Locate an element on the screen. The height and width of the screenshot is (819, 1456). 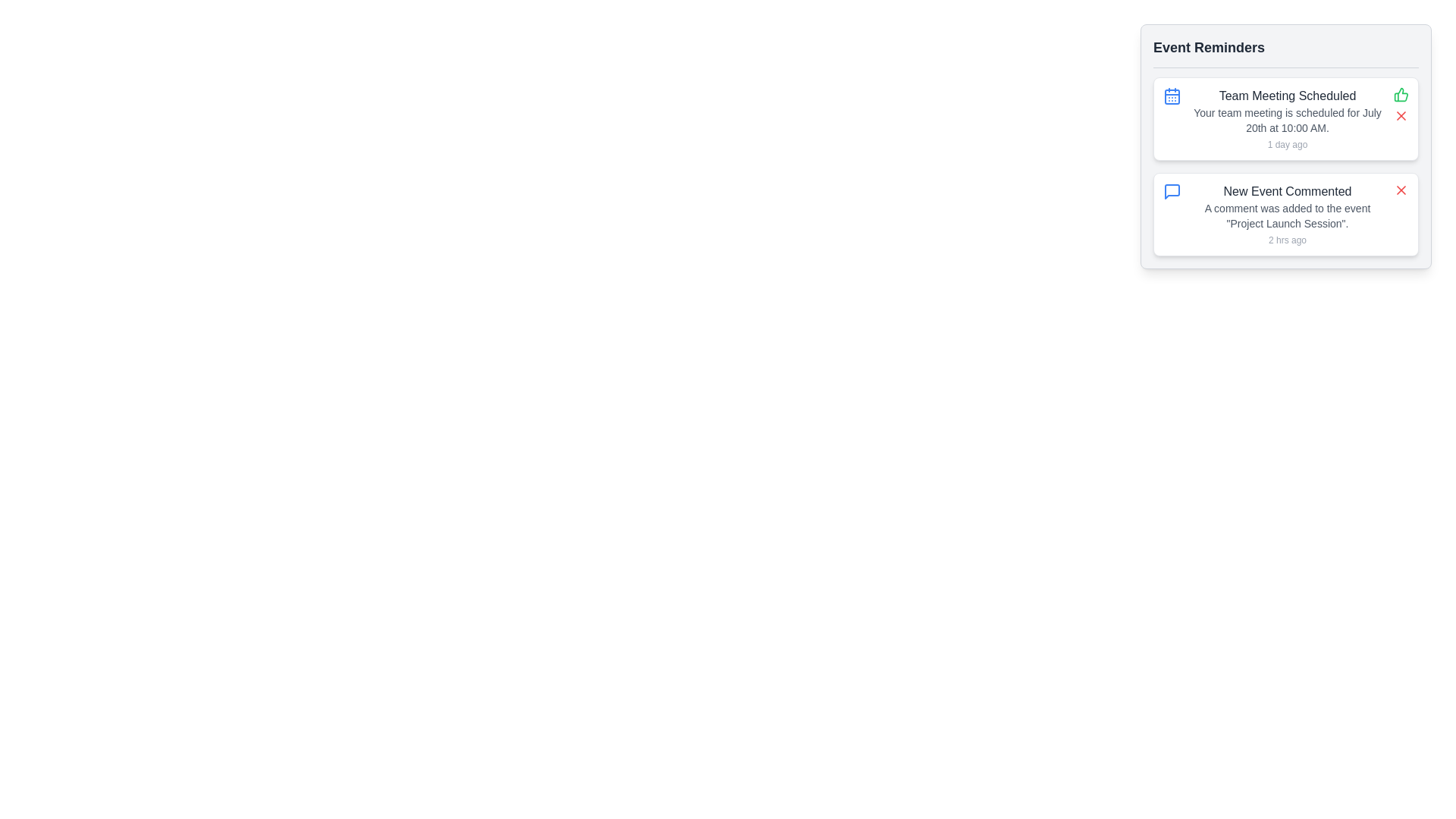
the text display element that shows a notification message for a scheduled team meeting with the date July 20th at 10:00 AM, located under the title 'Team Meeting Scheduled.' is located at coordinates (1287, 119).